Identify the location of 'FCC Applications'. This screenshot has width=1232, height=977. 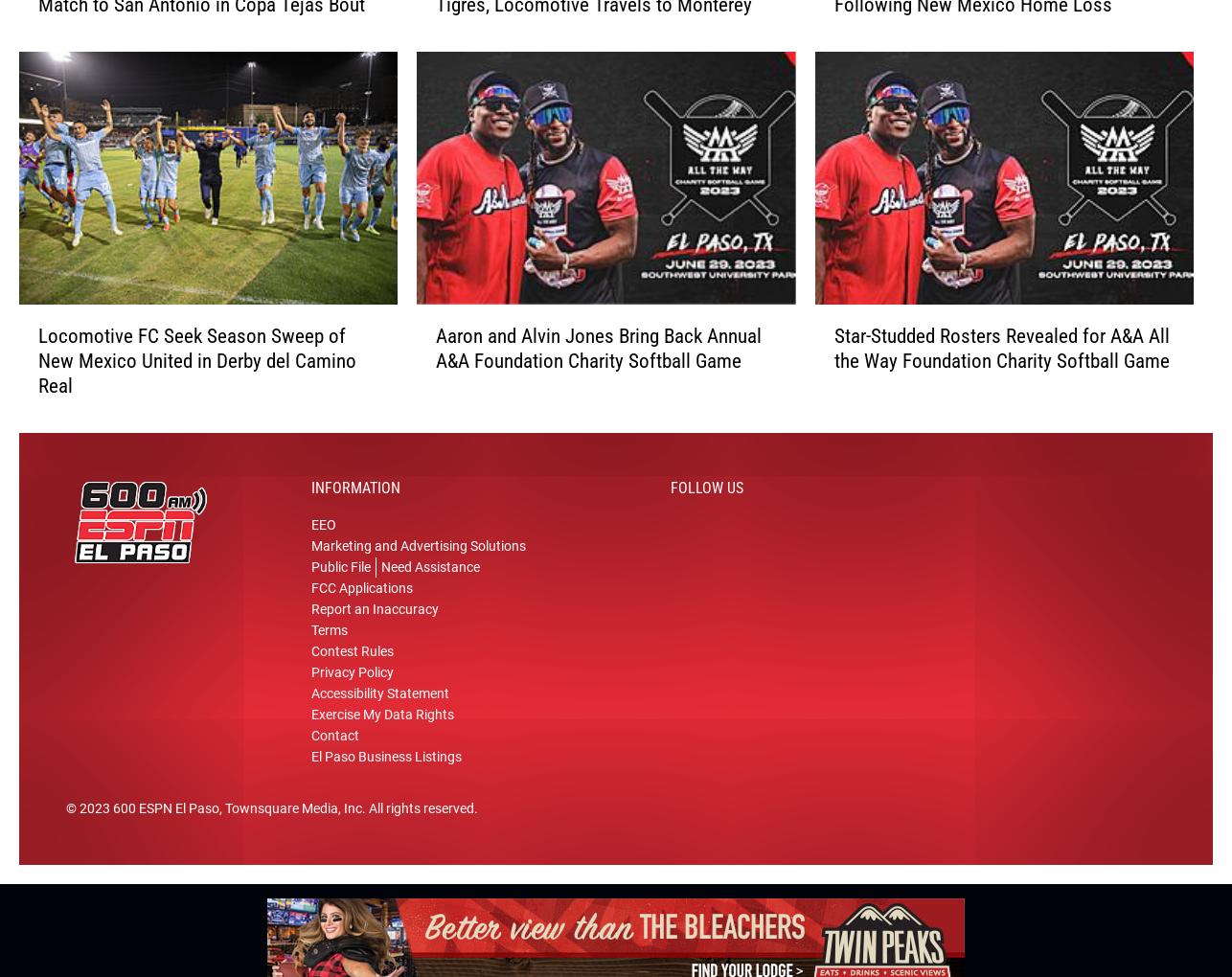
(360, 594).